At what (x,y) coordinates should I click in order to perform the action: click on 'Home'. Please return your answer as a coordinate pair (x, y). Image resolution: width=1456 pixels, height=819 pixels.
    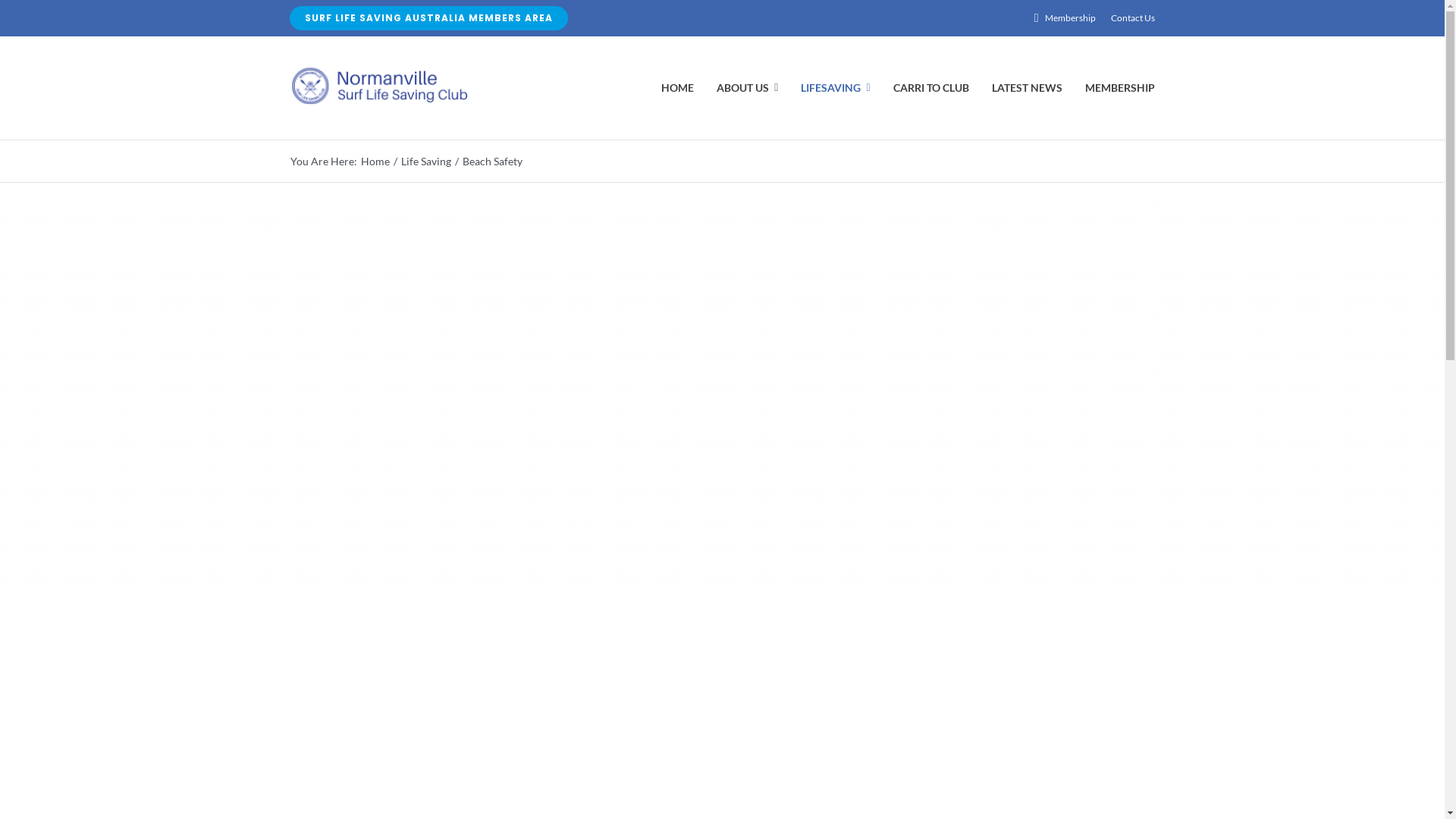
    Looking at the image, I should click on (375, 161).